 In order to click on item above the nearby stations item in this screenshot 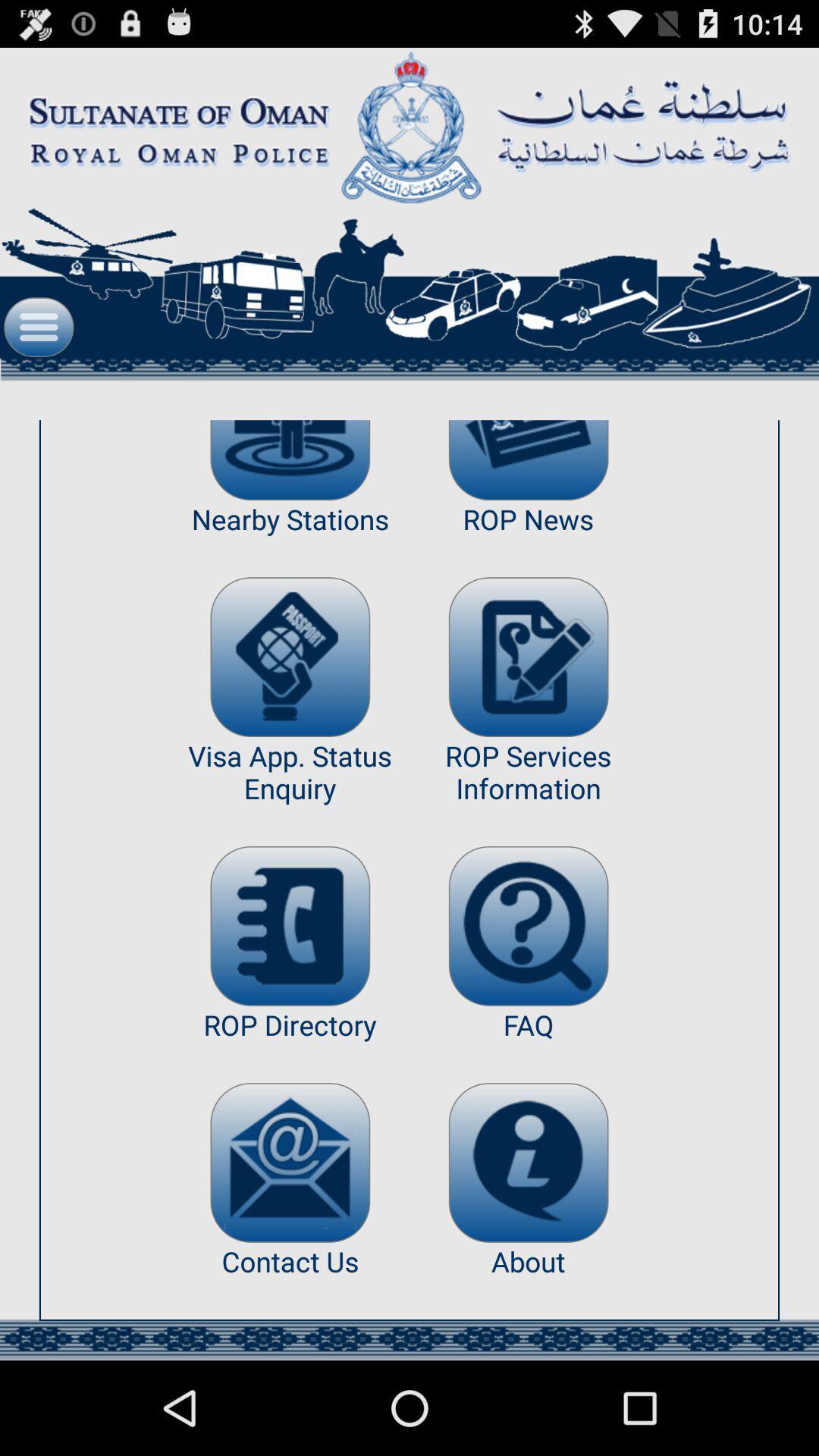, I will do `click(290, 460)`.